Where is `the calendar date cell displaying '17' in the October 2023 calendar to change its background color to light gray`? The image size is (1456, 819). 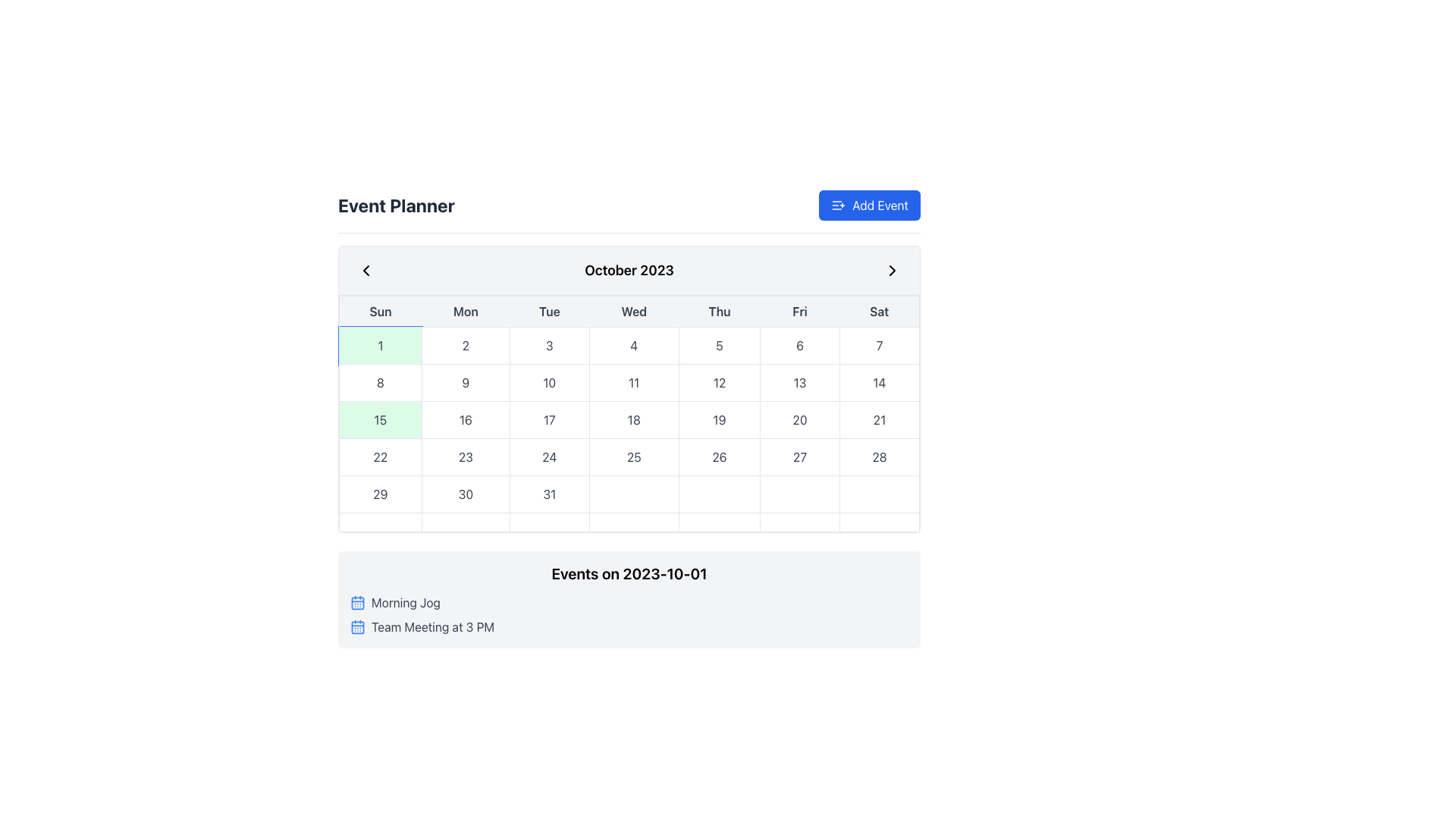 the calendar date cell displaying '17' in the October 2023 calendar to change its background color to light gray is located at coordinates (548, 420).